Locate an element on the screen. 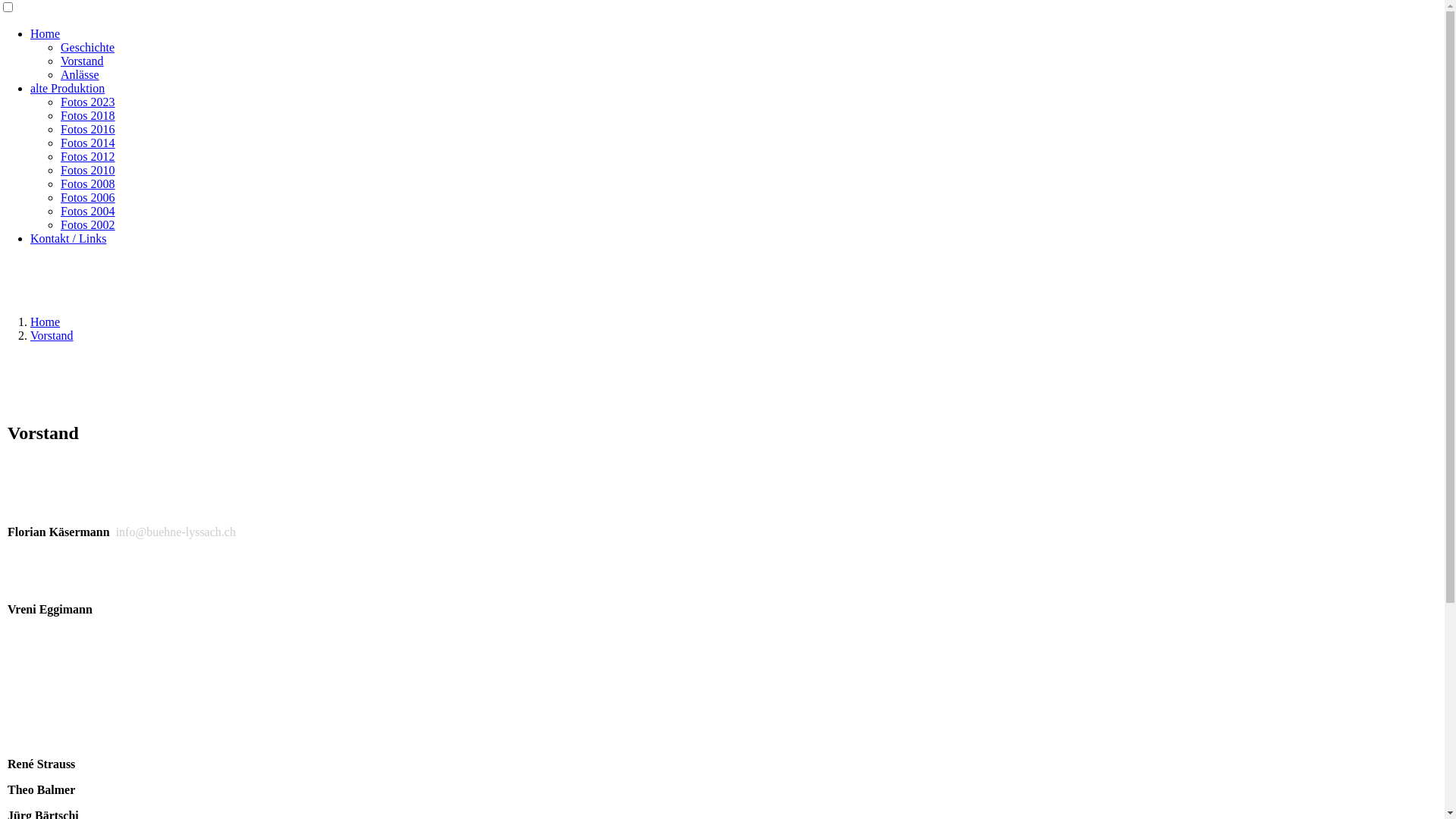  'Kontakt / Links' is located at coordinates (67, 238).